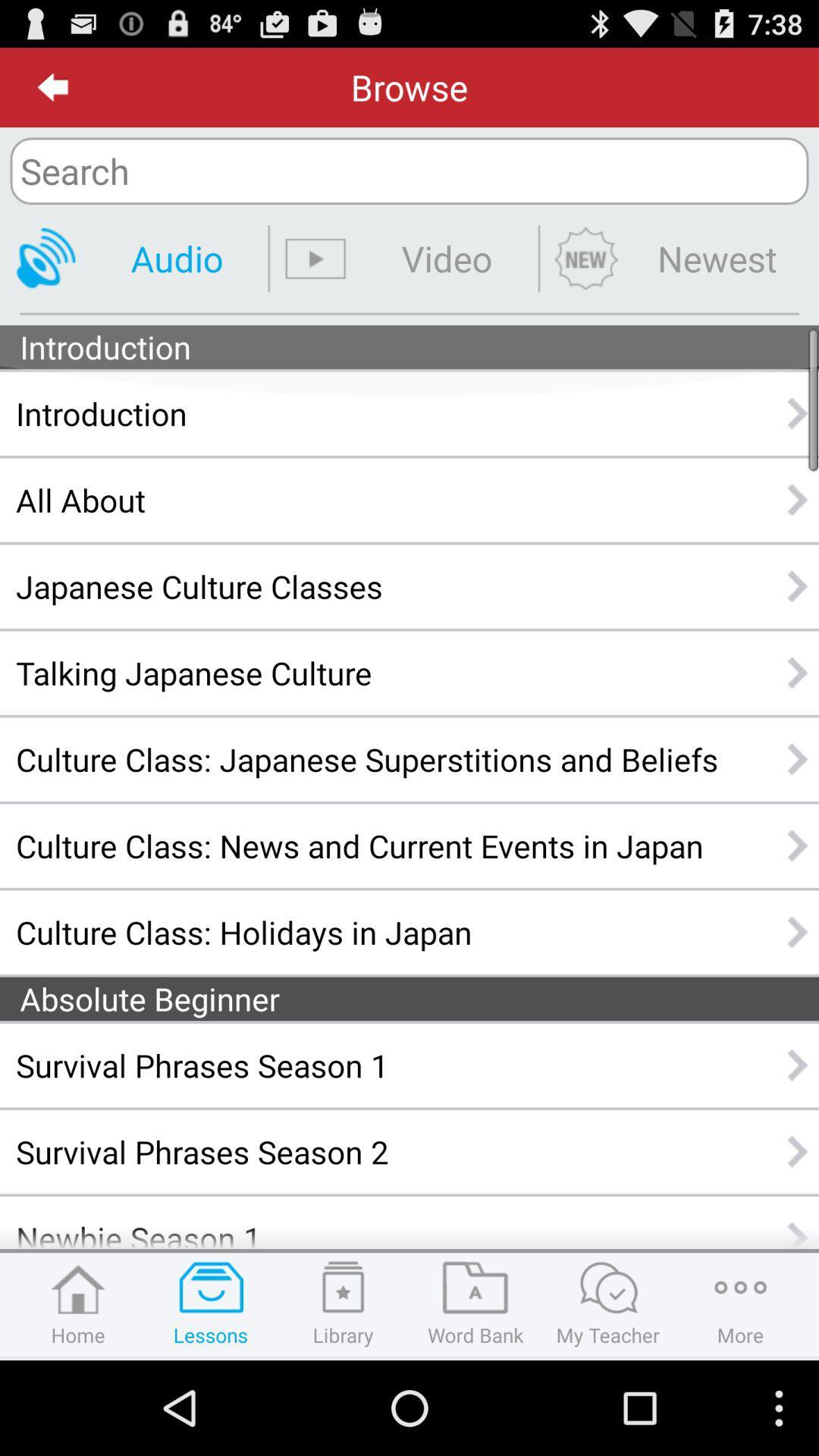  Describe the element at coordinates (798, 413) in the screenshot. I see `the button which is next to the introduction` at that location.